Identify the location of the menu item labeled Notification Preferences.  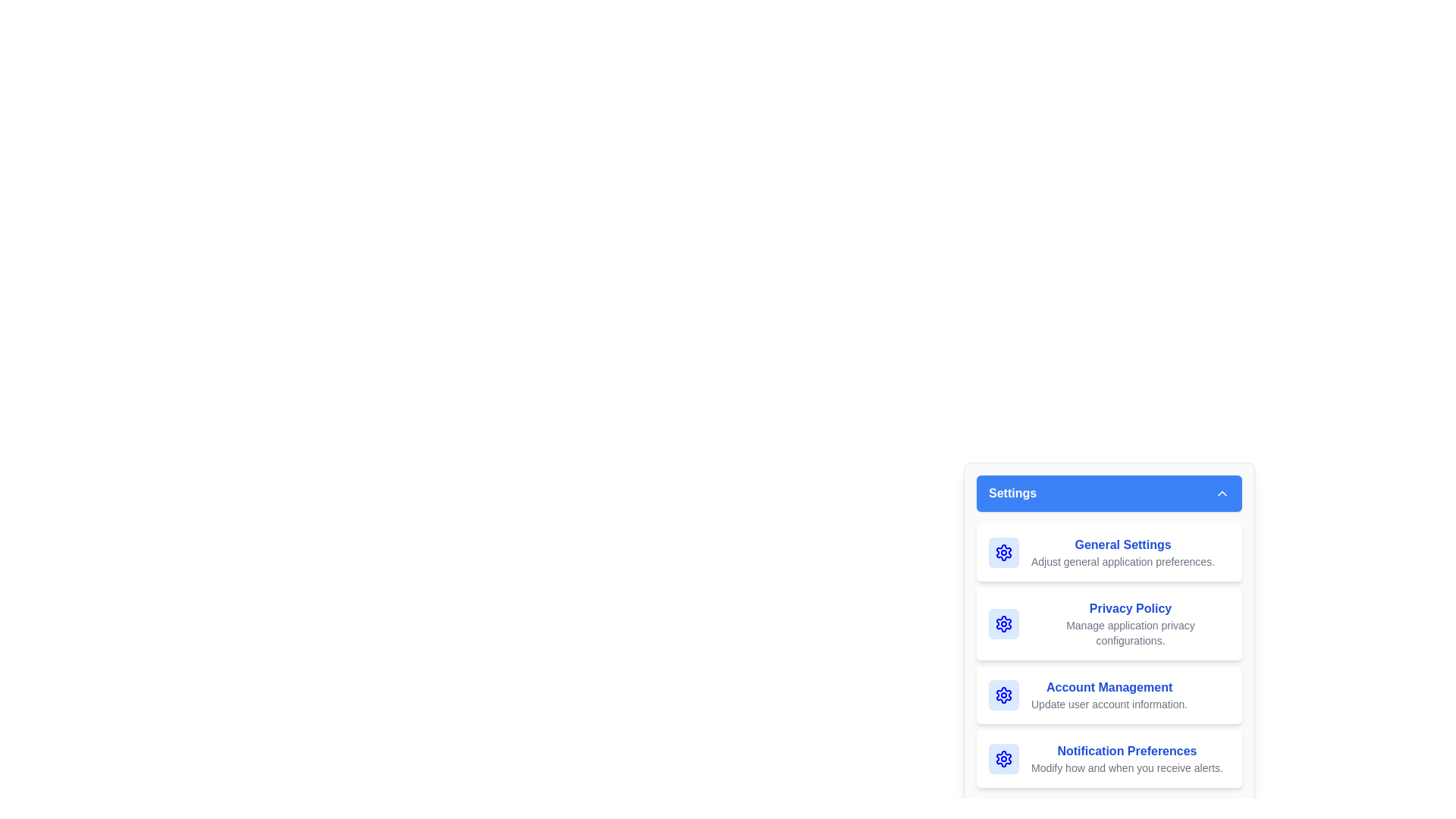
(1109, 759).